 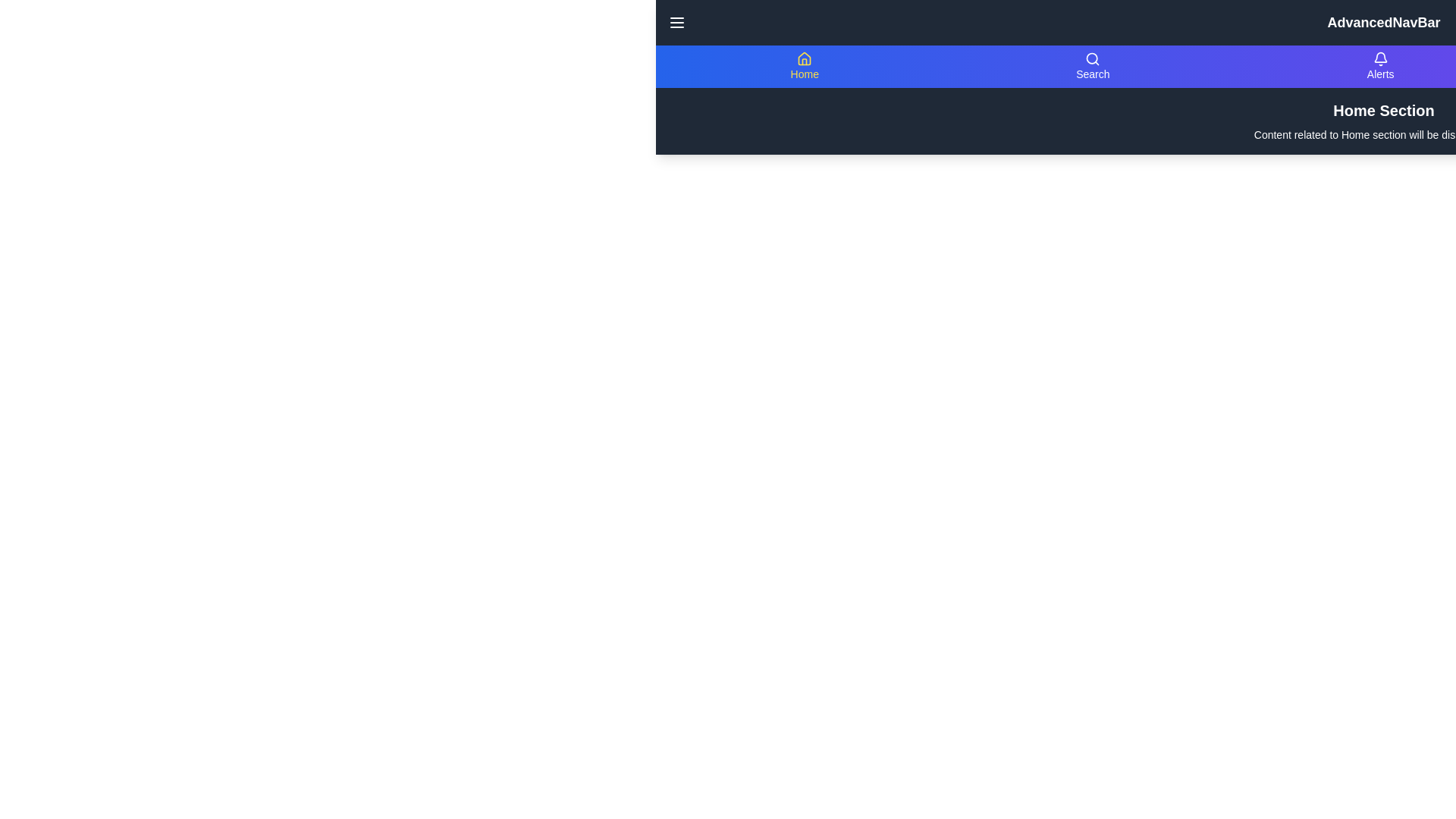 What do you see at coordinates (1092, 66) in the screenshot?
I see `the navigation item labeled Search to view its content` at bounding box center [1092, 66].